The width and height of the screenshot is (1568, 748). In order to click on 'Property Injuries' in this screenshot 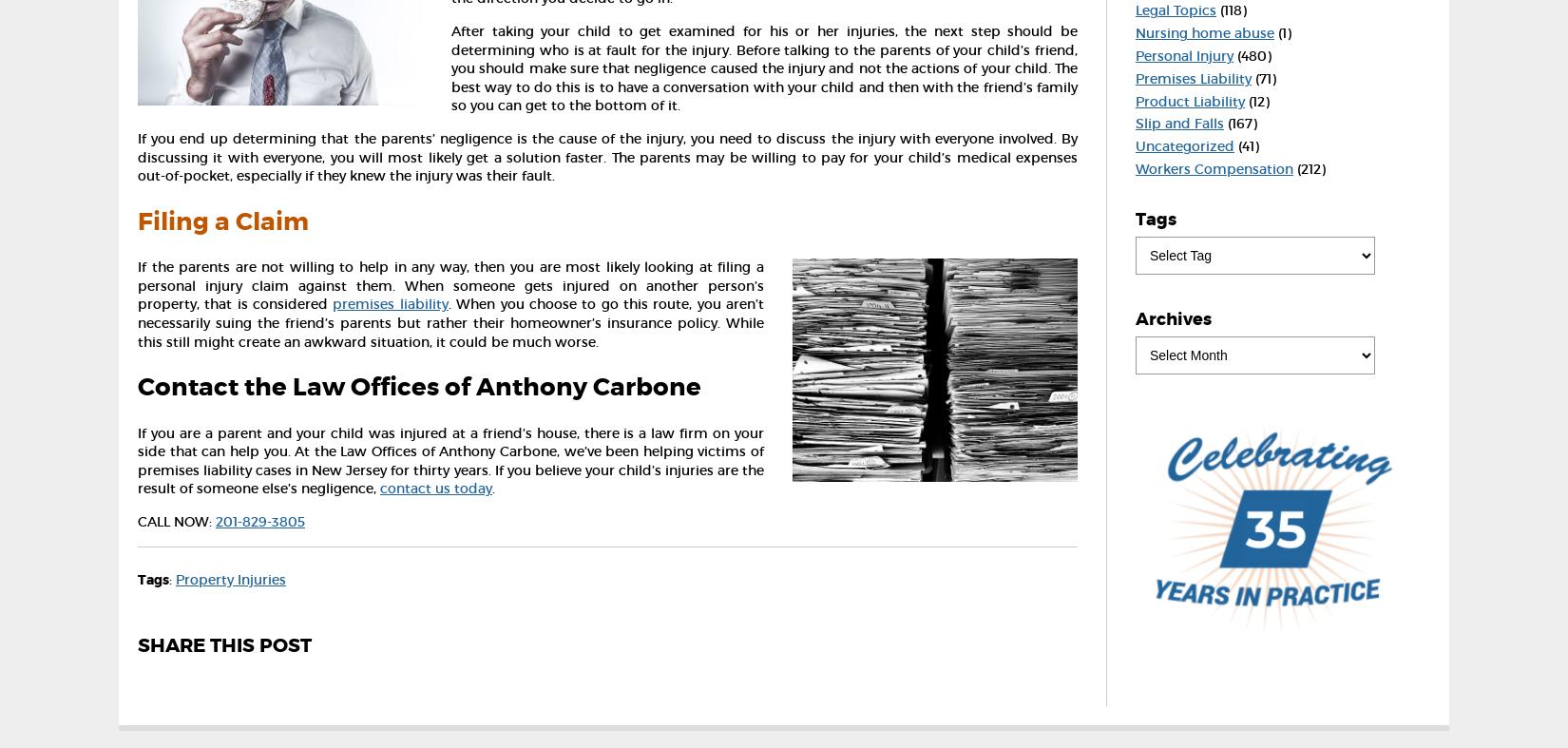, I will do `click(231, 577)`.